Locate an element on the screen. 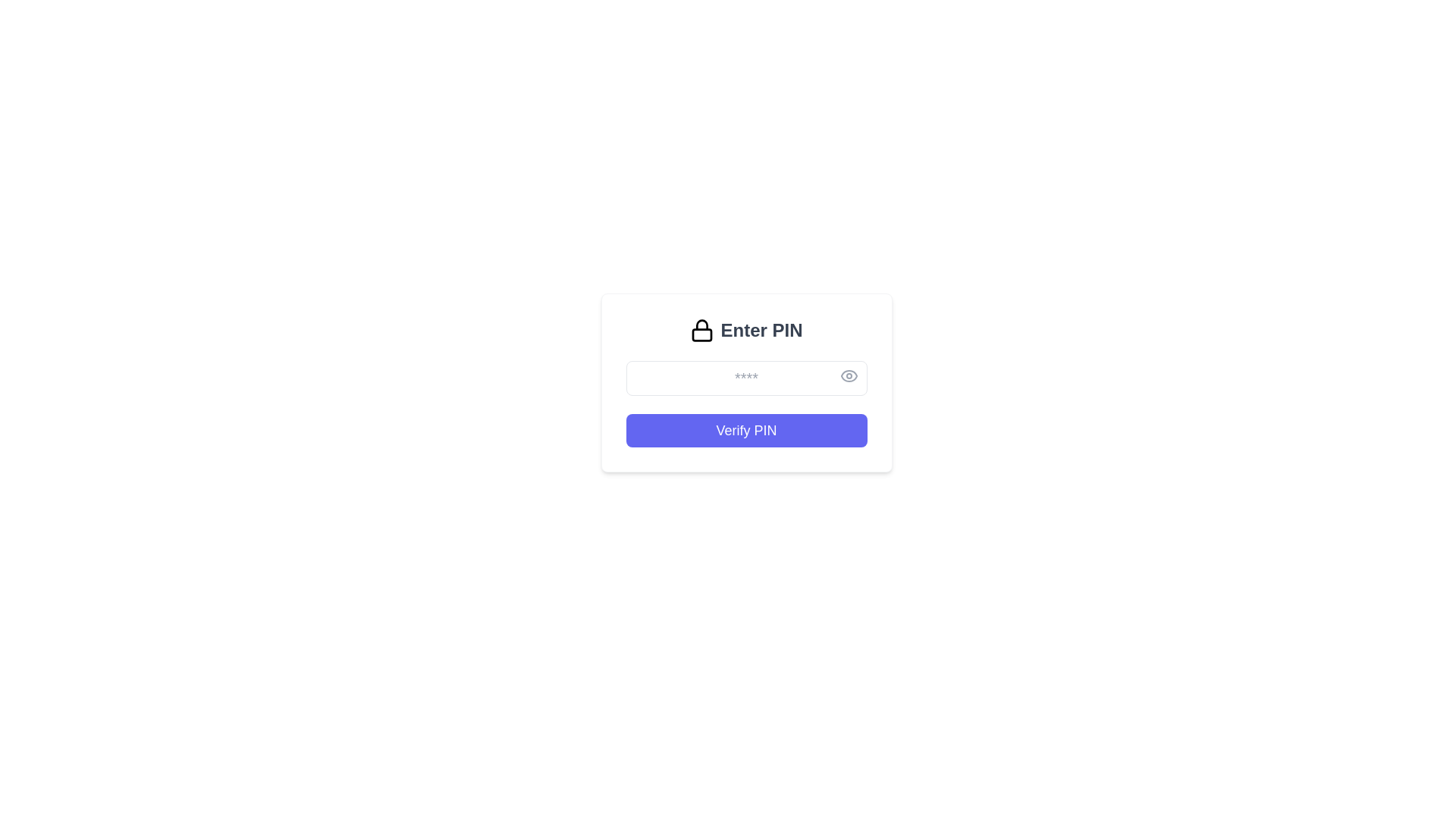 The image size is (1456, 819). the static text element that instructs the user to 'Enter PIN', which is positioned above the input field within a white card-like area is located at coordinates (746, 329).